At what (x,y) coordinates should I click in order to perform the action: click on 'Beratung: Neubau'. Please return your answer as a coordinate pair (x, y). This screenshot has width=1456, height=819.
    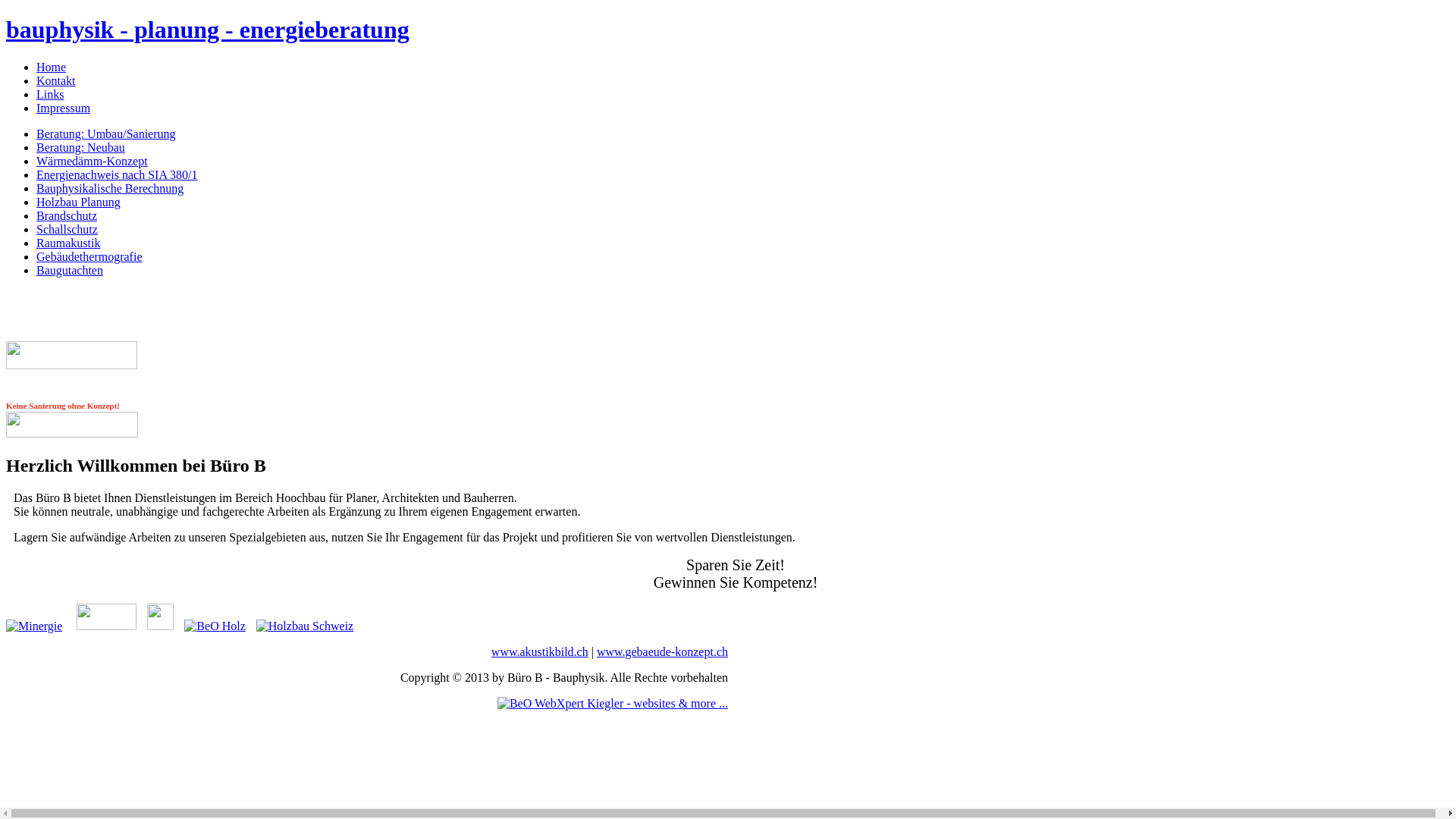
    Looking at the image, I should click on (80, 147).